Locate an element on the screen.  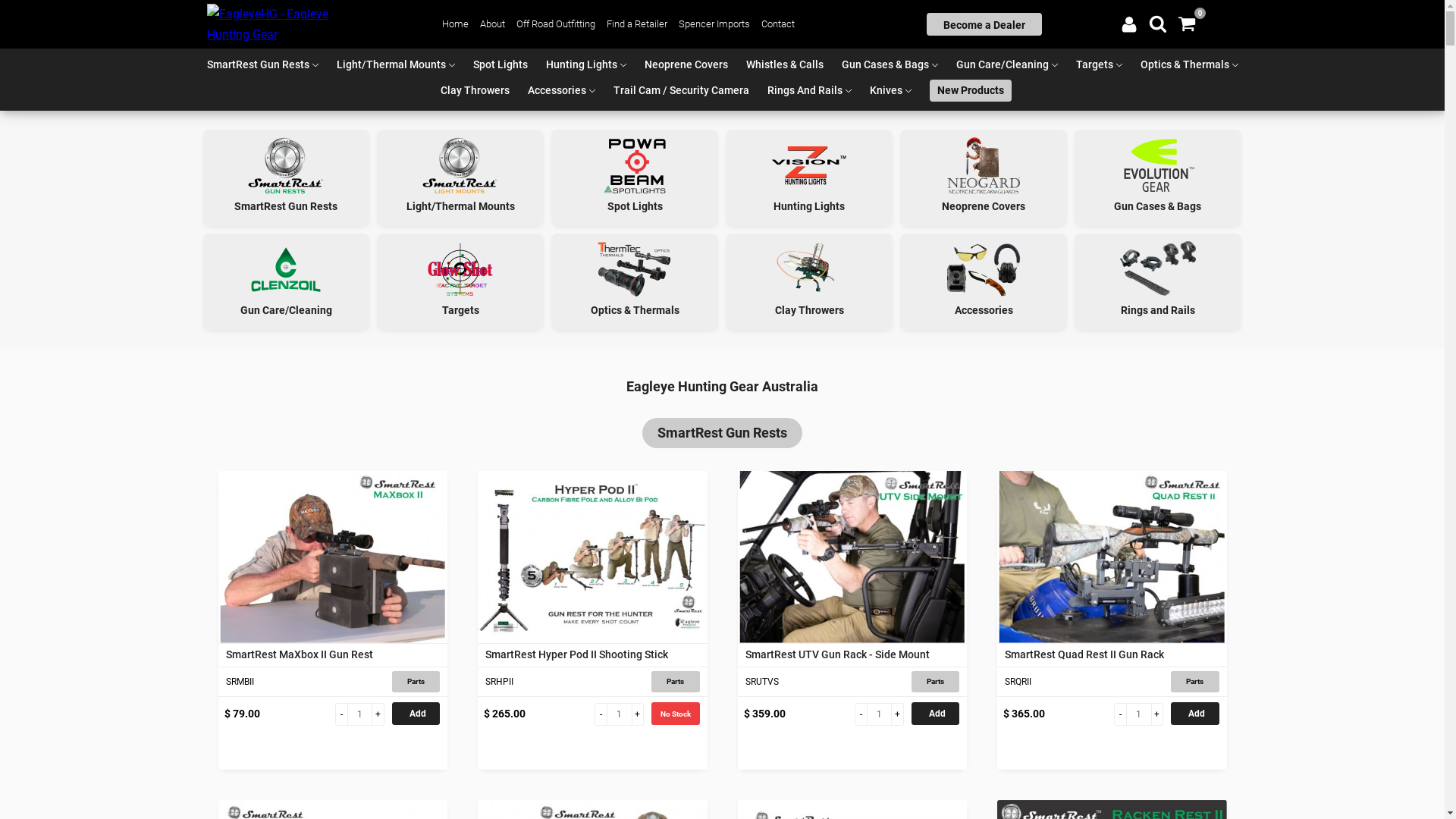
'Whistles & Calls' is located at coordinates (785, 64).